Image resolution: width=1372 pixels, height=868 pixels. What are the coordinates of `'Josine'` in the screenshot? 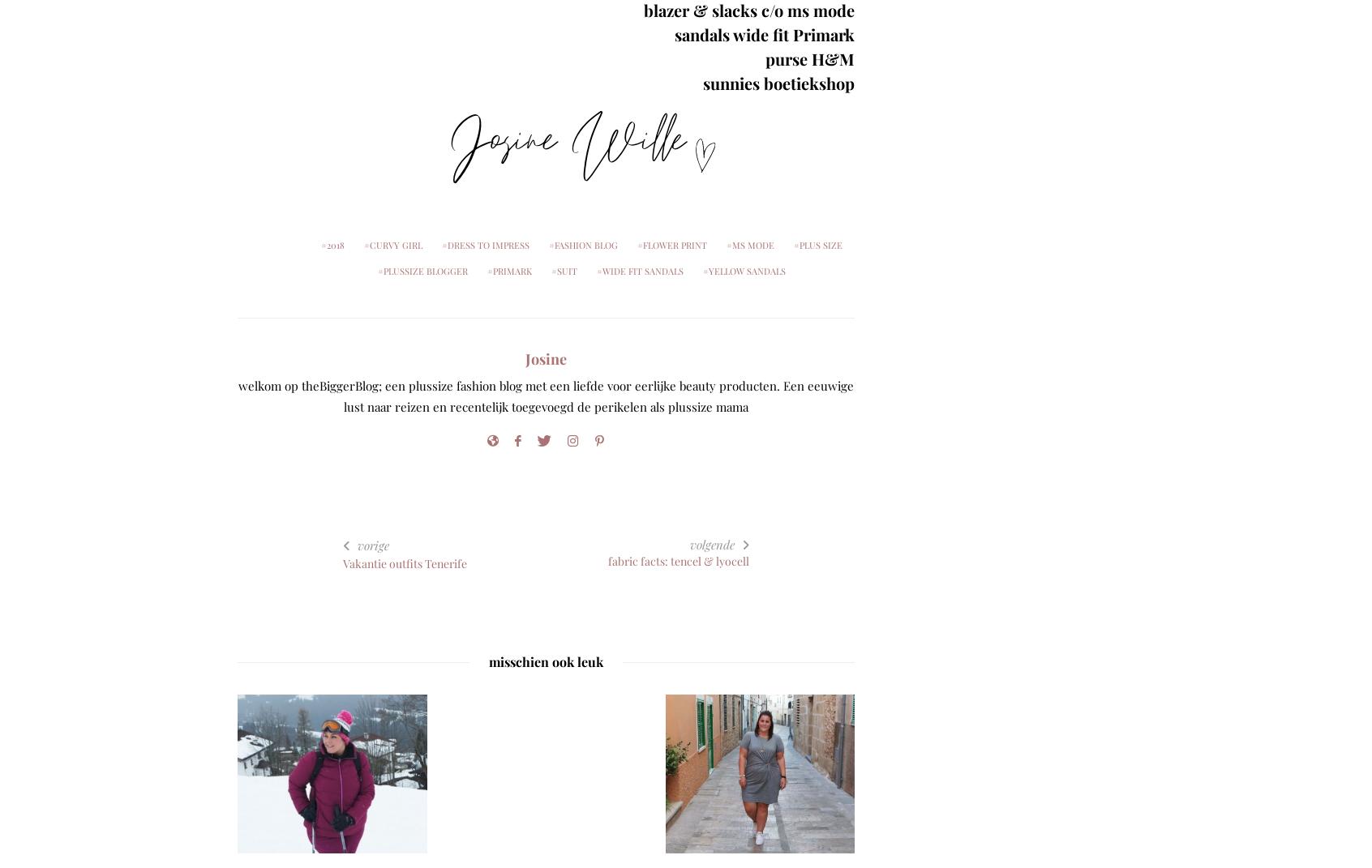 It's located at (545, 358).